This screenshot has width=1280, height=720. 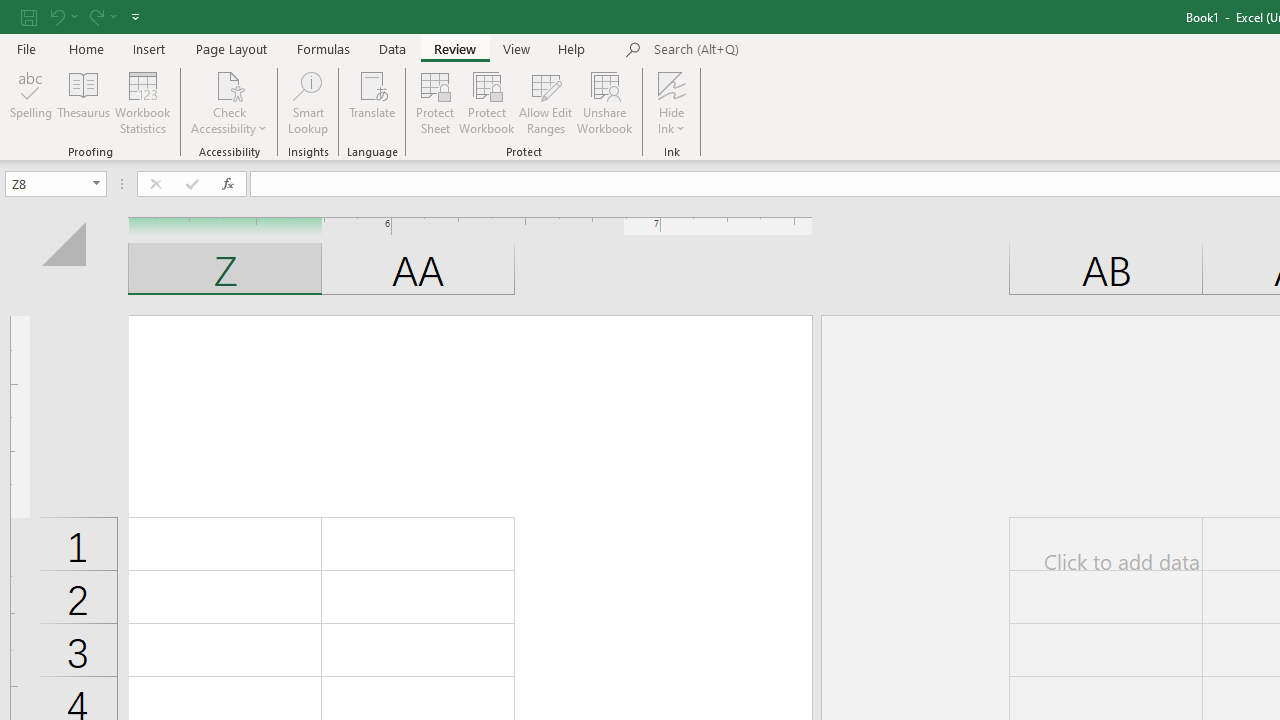 What do you see at coordinates (487, 103) in the screenshot?
I see `'Protect Workbook...'` at bounding box center [487, 103].